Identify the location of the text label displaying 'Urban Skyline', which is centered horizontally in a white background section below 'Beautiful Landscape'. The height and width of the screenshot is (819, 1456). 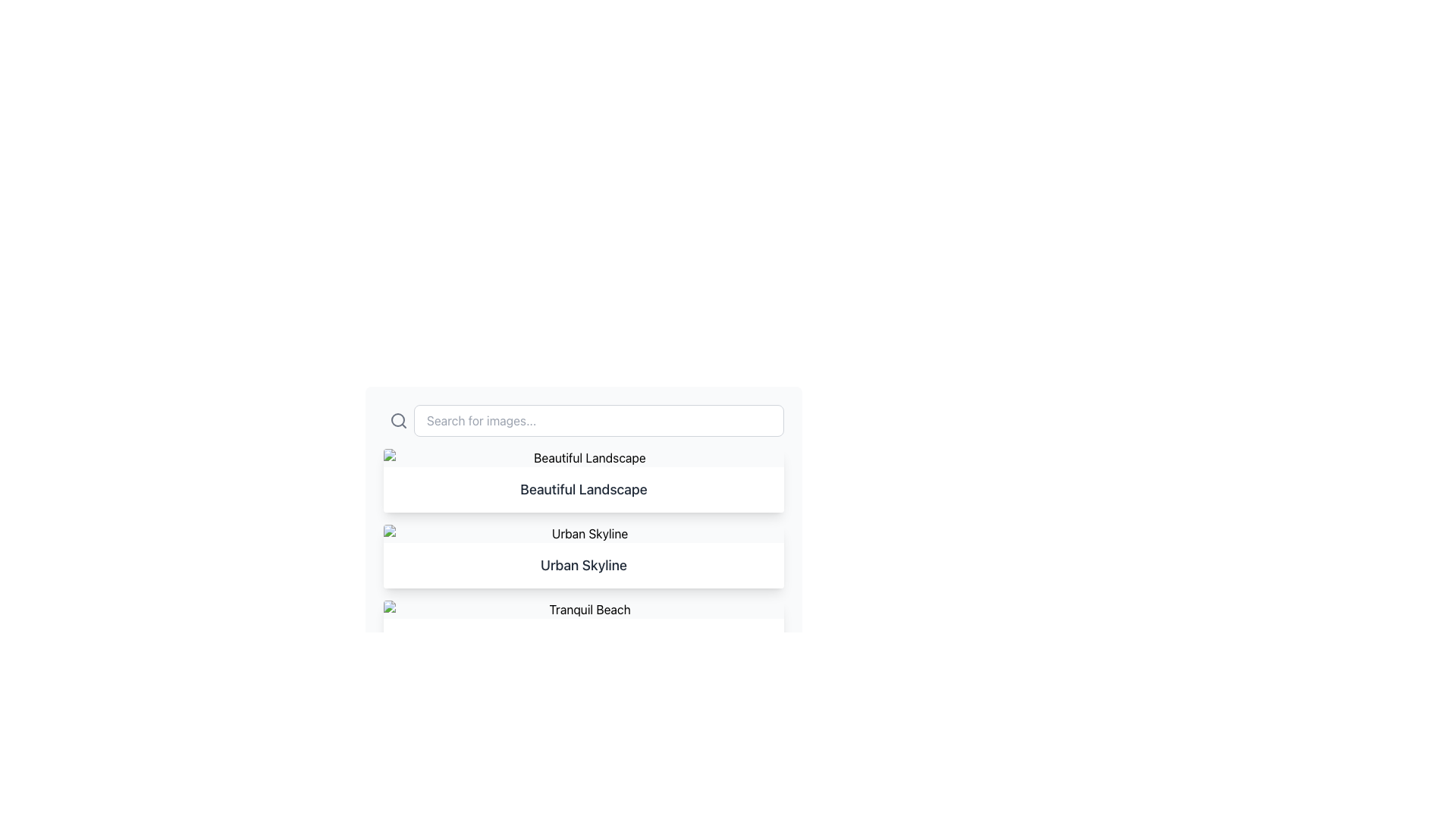
(582, 565).